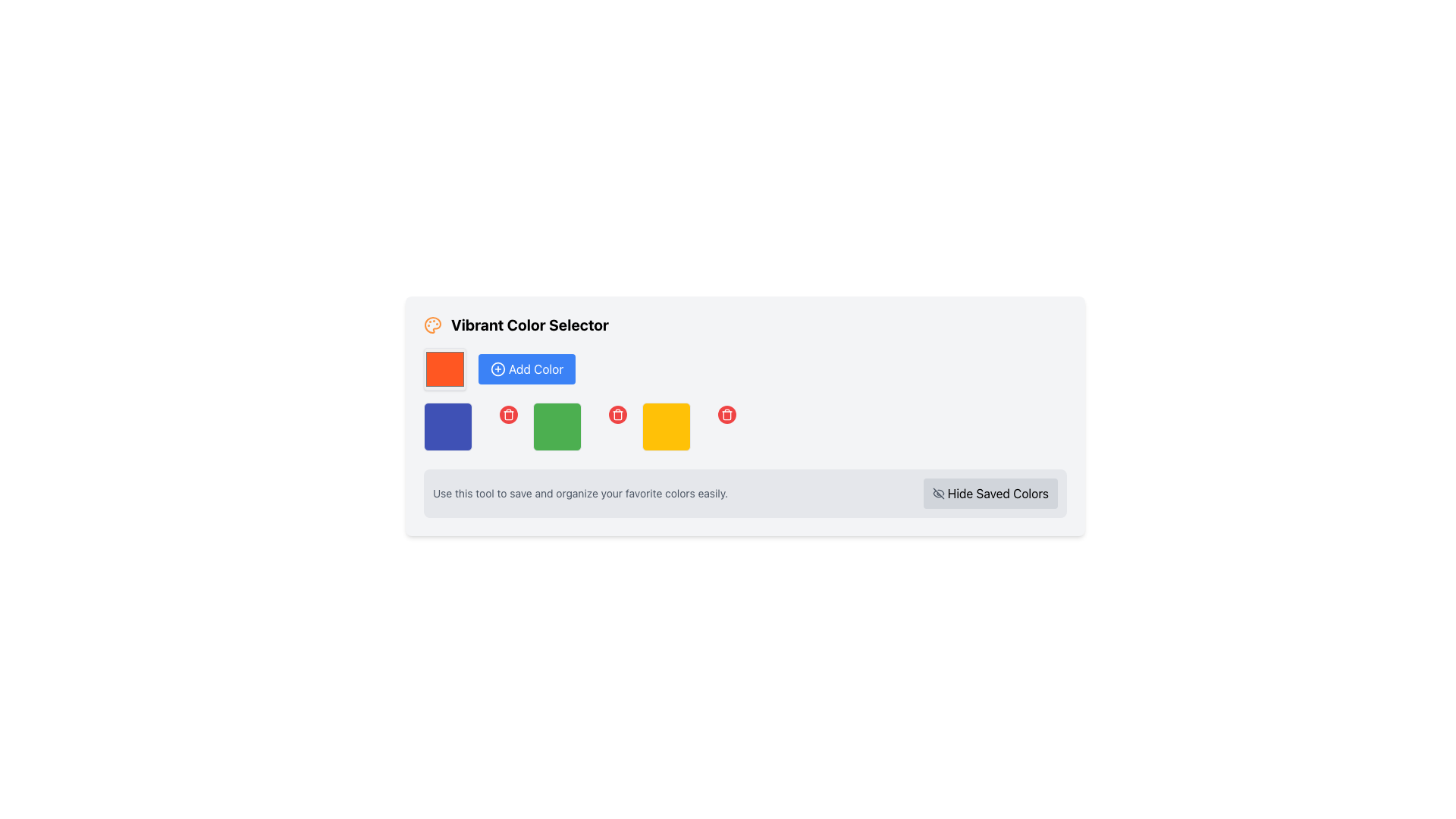 The image size is (1456, 819). What do you see at coordinates (509, 415) in the screenshot?
I see `the delete button located at the top-right of the square color tile in the 'Vibrant Color Selector' section` at bounding box center [509, 415].